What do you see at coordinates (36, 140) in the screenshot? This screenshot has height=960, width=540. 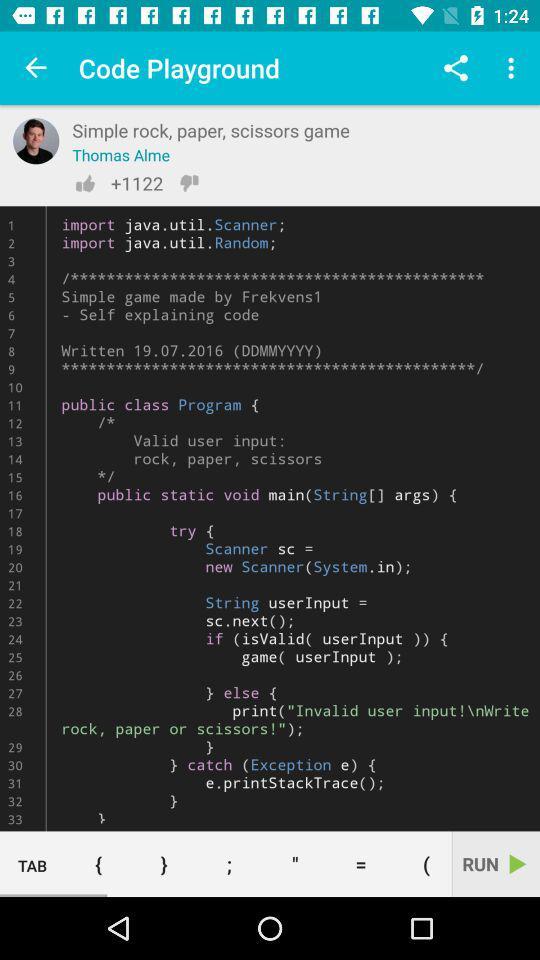 I see `user account` at bounding box center [36, 140].